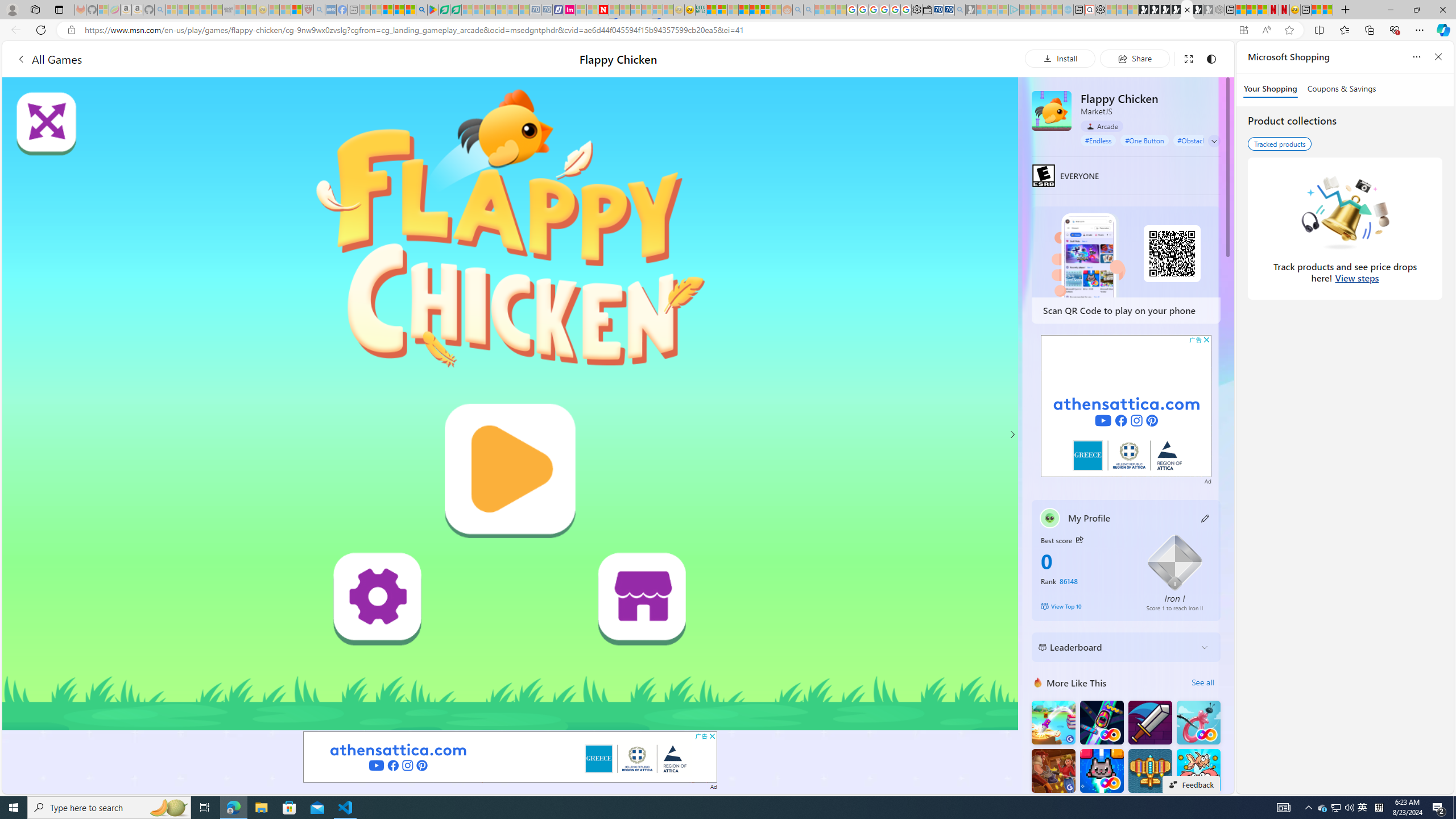  What do you see at coordinates (1116, 647) in the screenshot?
I see `'Leaderboard'` at bounding box center [1116, 647].